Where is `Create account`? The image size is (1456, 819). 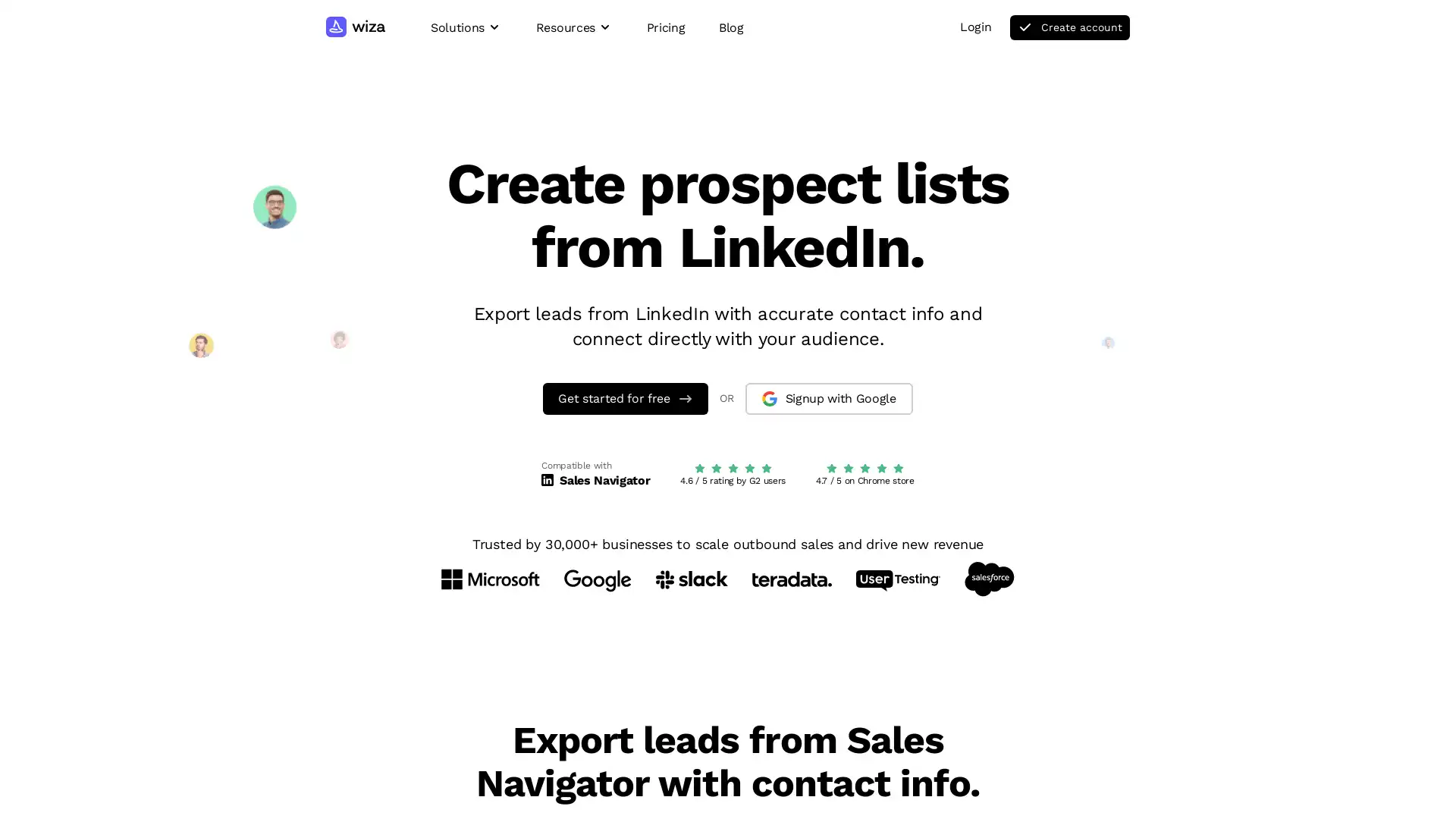
Create account is located at coordinates (1069, 27).